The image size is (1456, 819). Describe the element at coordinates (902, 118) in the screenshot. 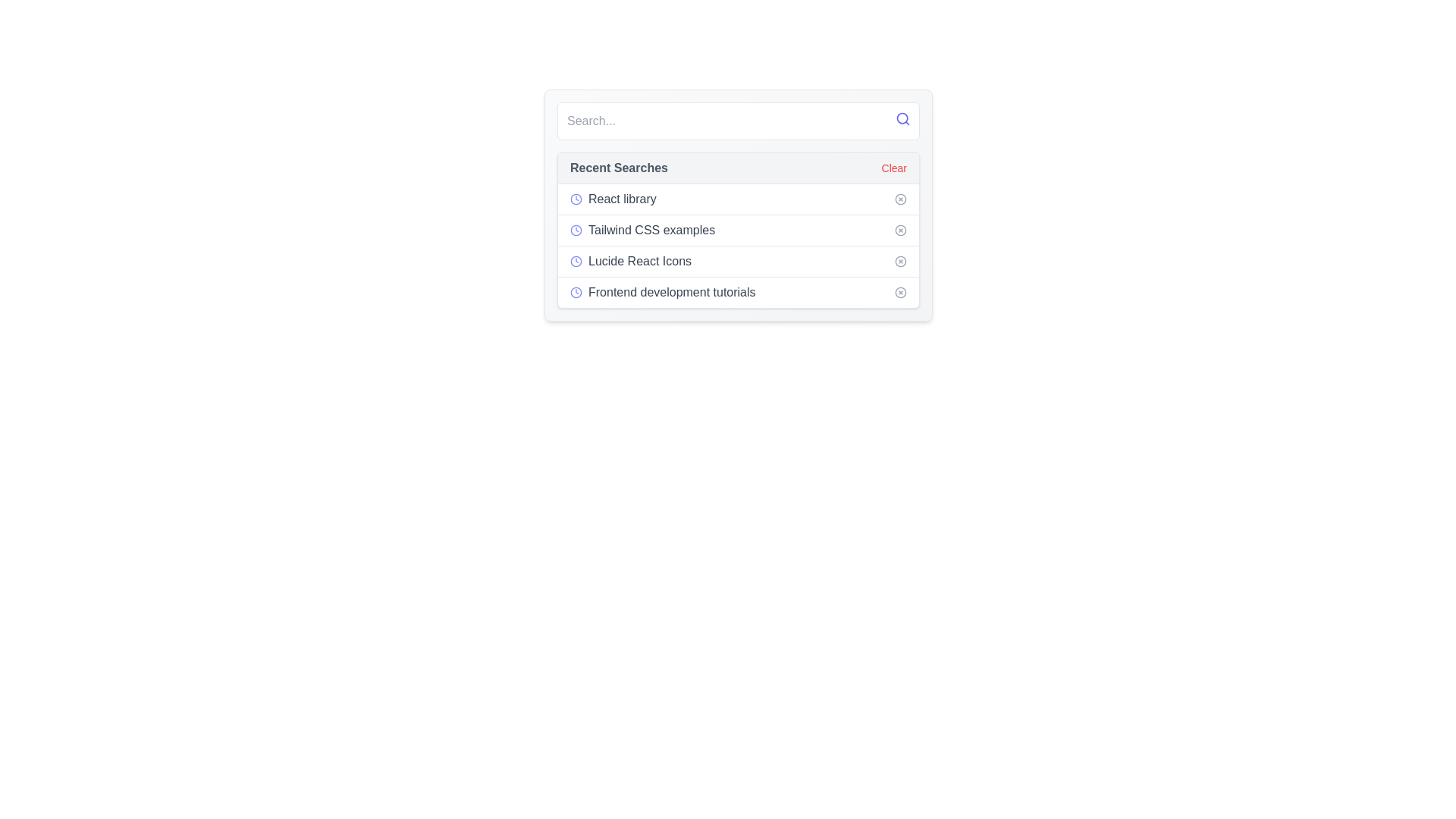

I see `the decorative SVG circle element that forms the lens of the magnifying glass icon located at the top-right corner of the search bar section` at that location.